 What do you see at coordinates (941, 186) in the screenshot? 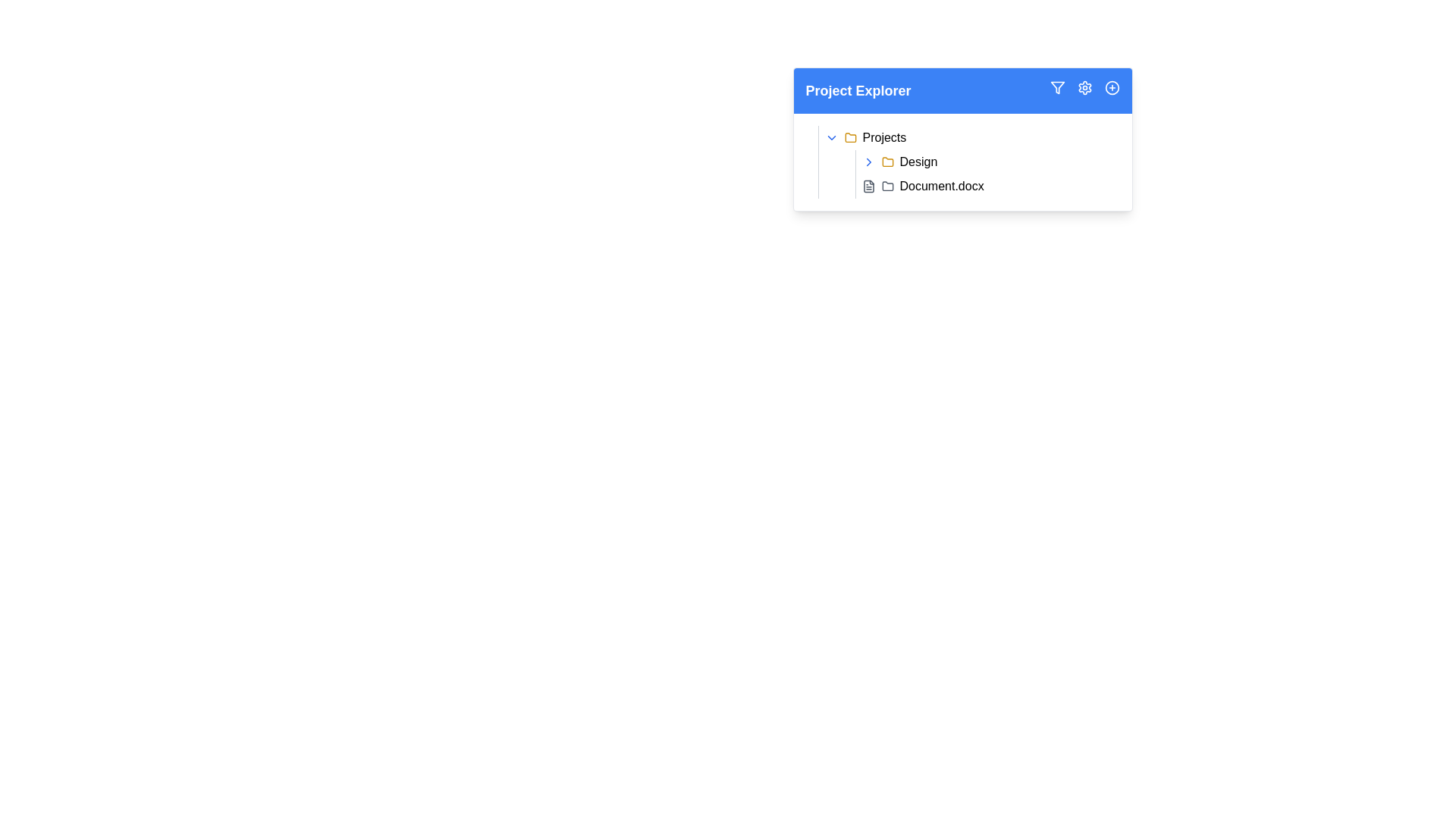
I see `the text label representing a document file located under the 'Design' folder in the 'Projects' directory` at bounding box center [941, 186].